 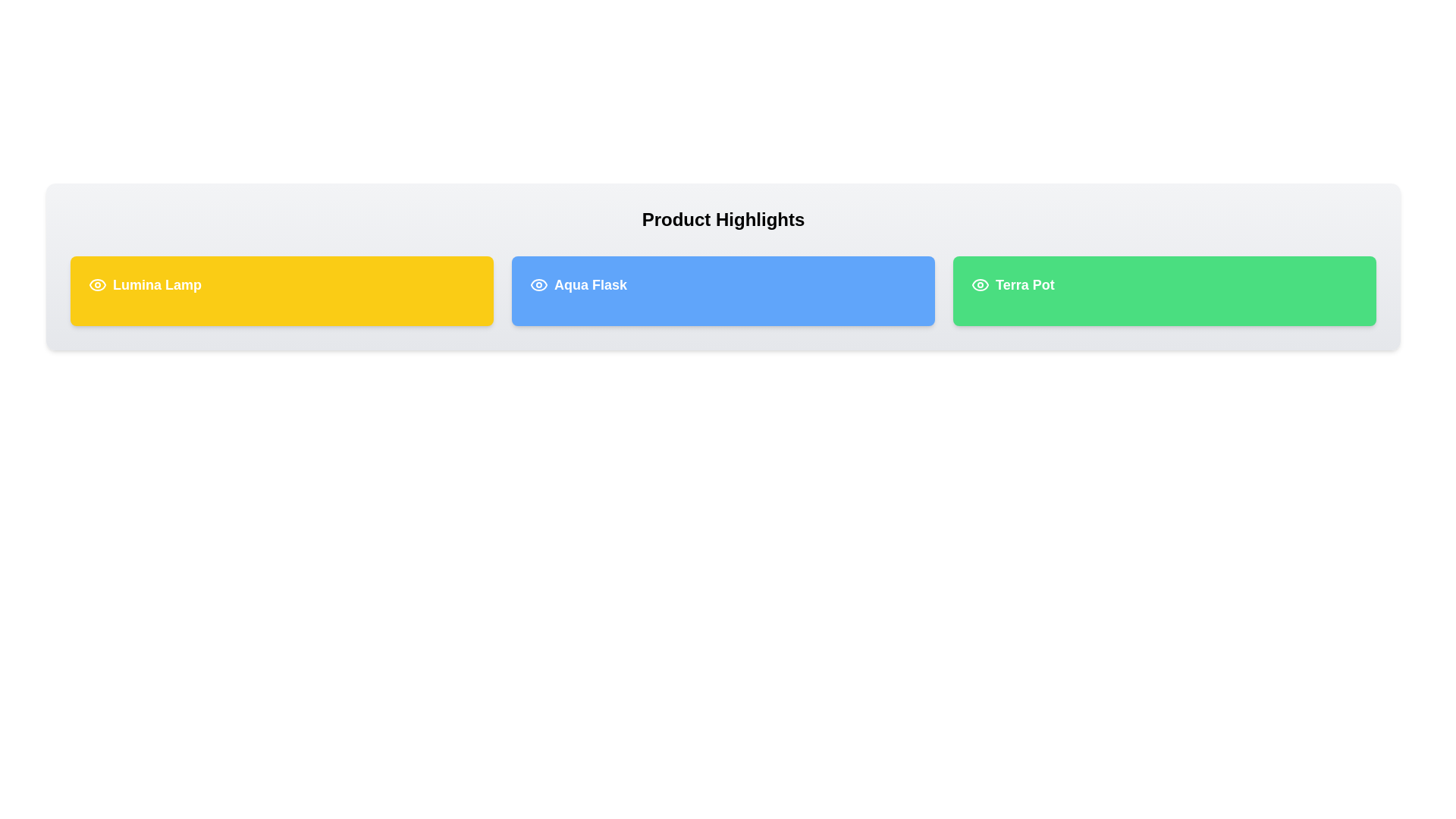 What do you see at coordinates (538, 284) in the screenshot?
I see `the visibility icon positioned to the left of the 'Aqua Flask' text` at bounding box center [538, 284].